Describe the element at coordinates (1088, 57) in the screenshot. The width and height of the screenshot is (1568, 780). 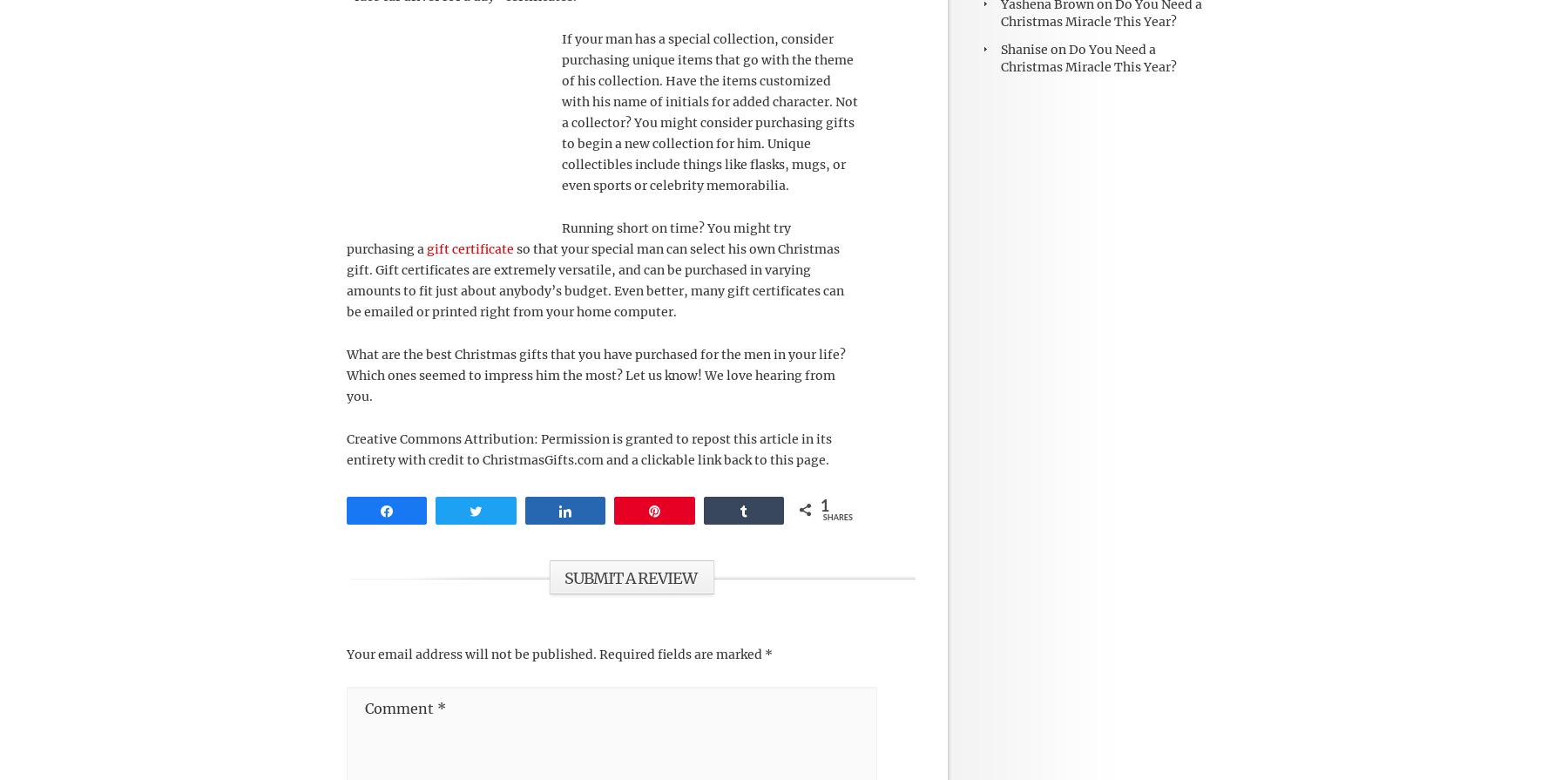
I see `'Do You Need a Christmas Miracle This Year?'` at that location.